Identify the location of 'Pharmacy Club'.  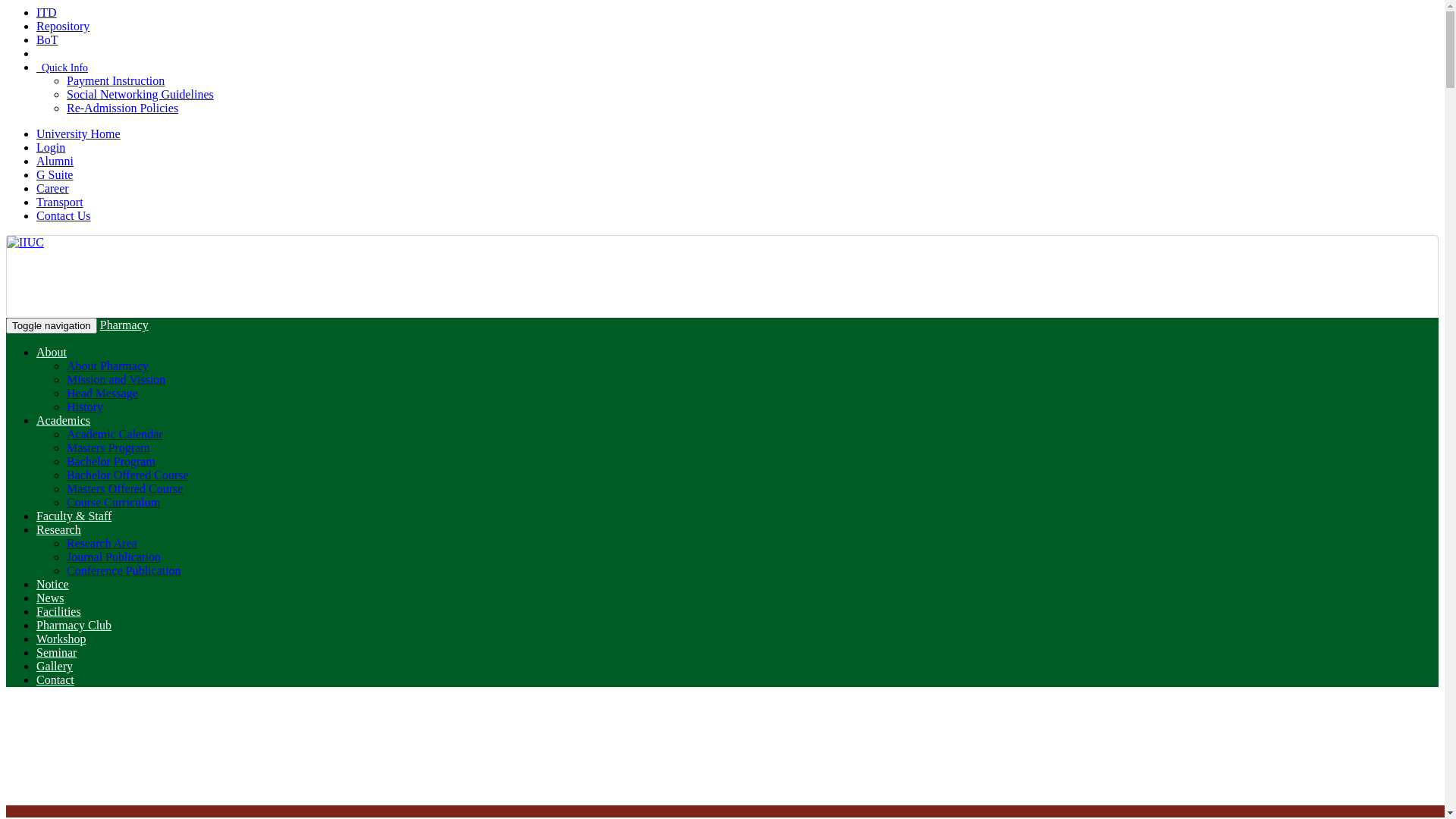
(73, 625).